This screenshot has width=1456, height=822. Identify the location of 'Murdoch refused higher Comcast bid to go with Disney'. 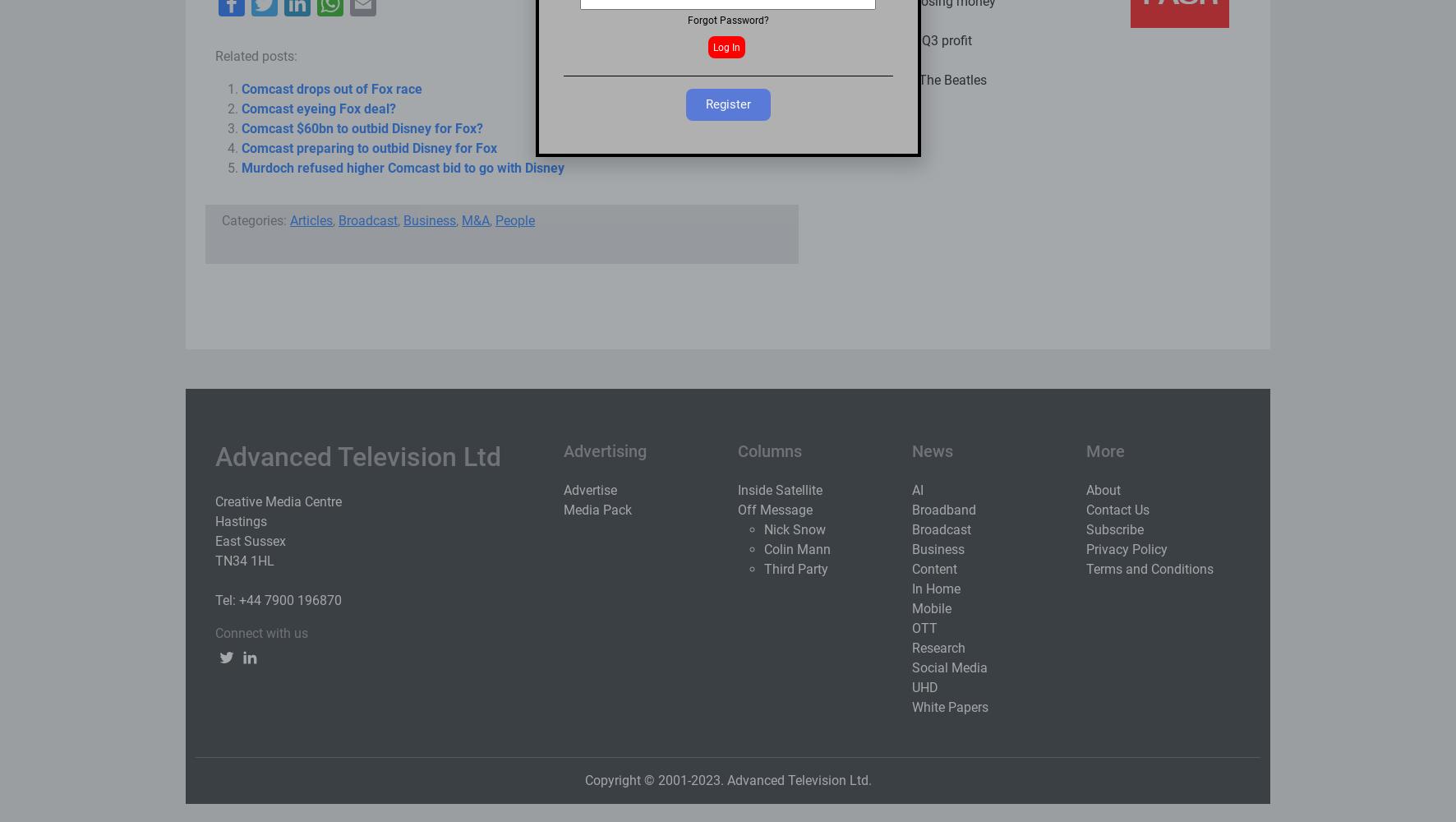
(240, 166).